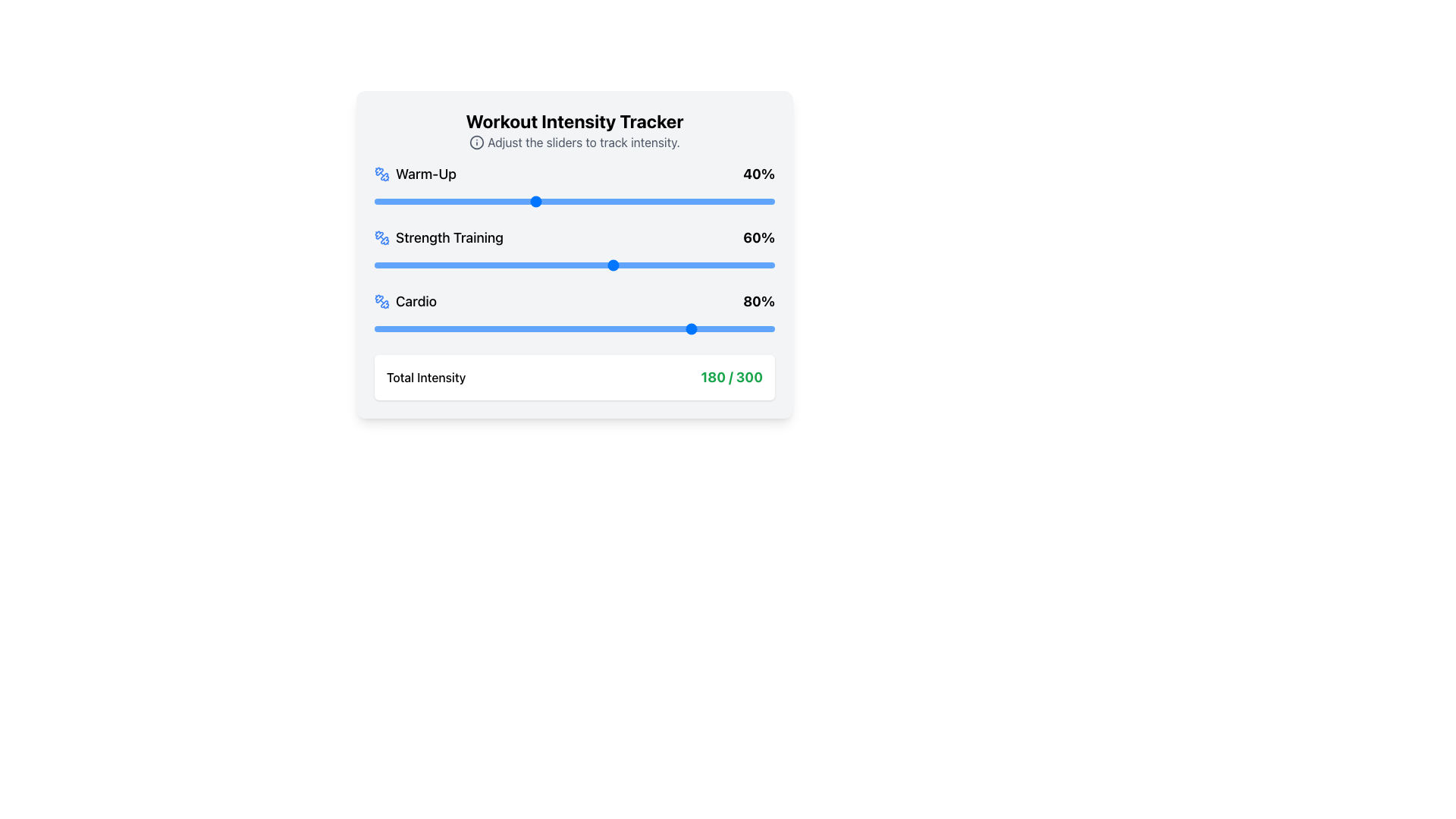 The image size is (1456, 819). Describe the element at coordinates (578, 328) in the screenshot. I see `the cardio intensity slider` at that location.